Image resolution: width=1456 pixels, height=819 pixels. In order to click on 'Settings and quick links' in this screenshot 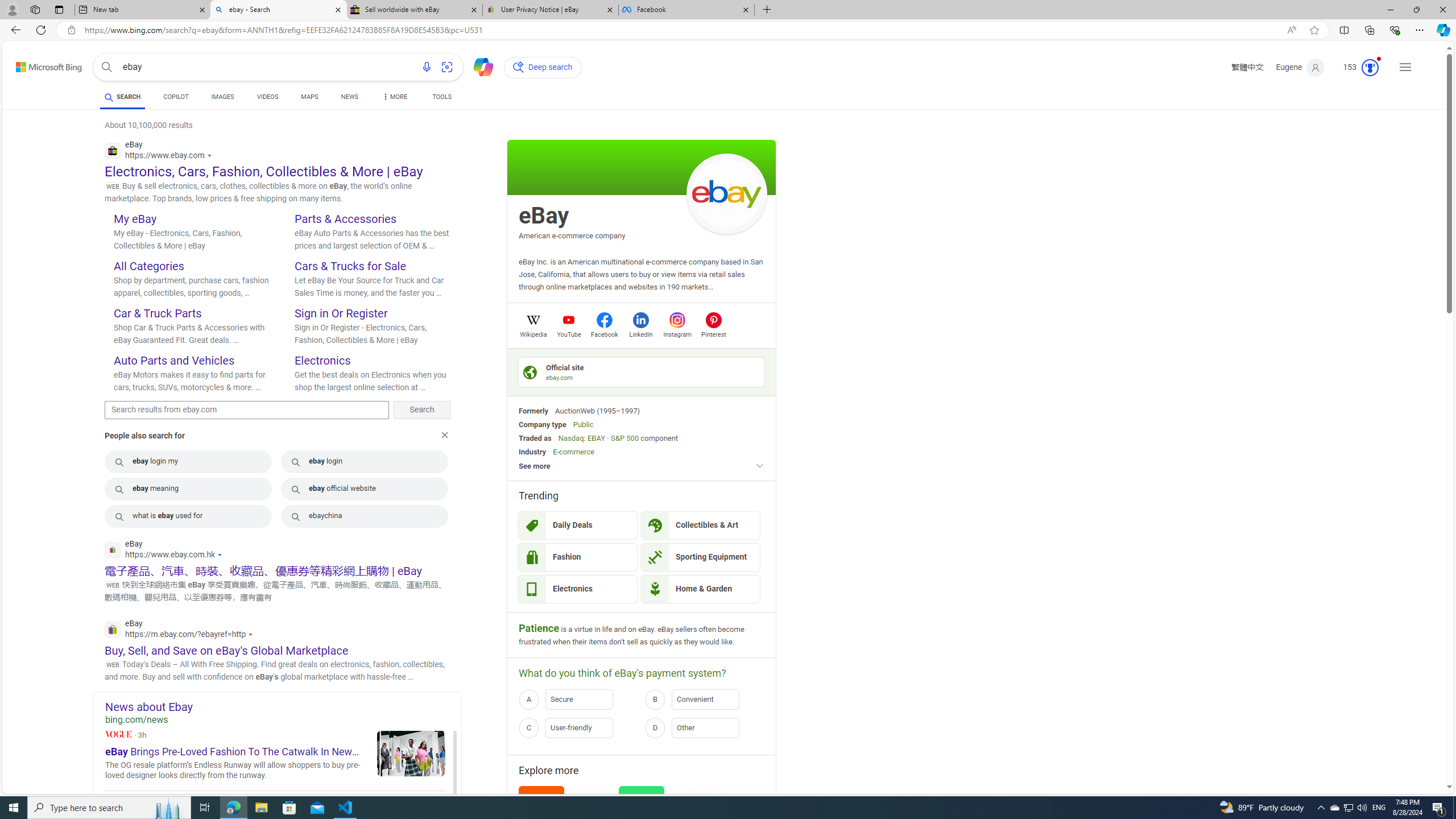, I will do `click(1405, 67)`.